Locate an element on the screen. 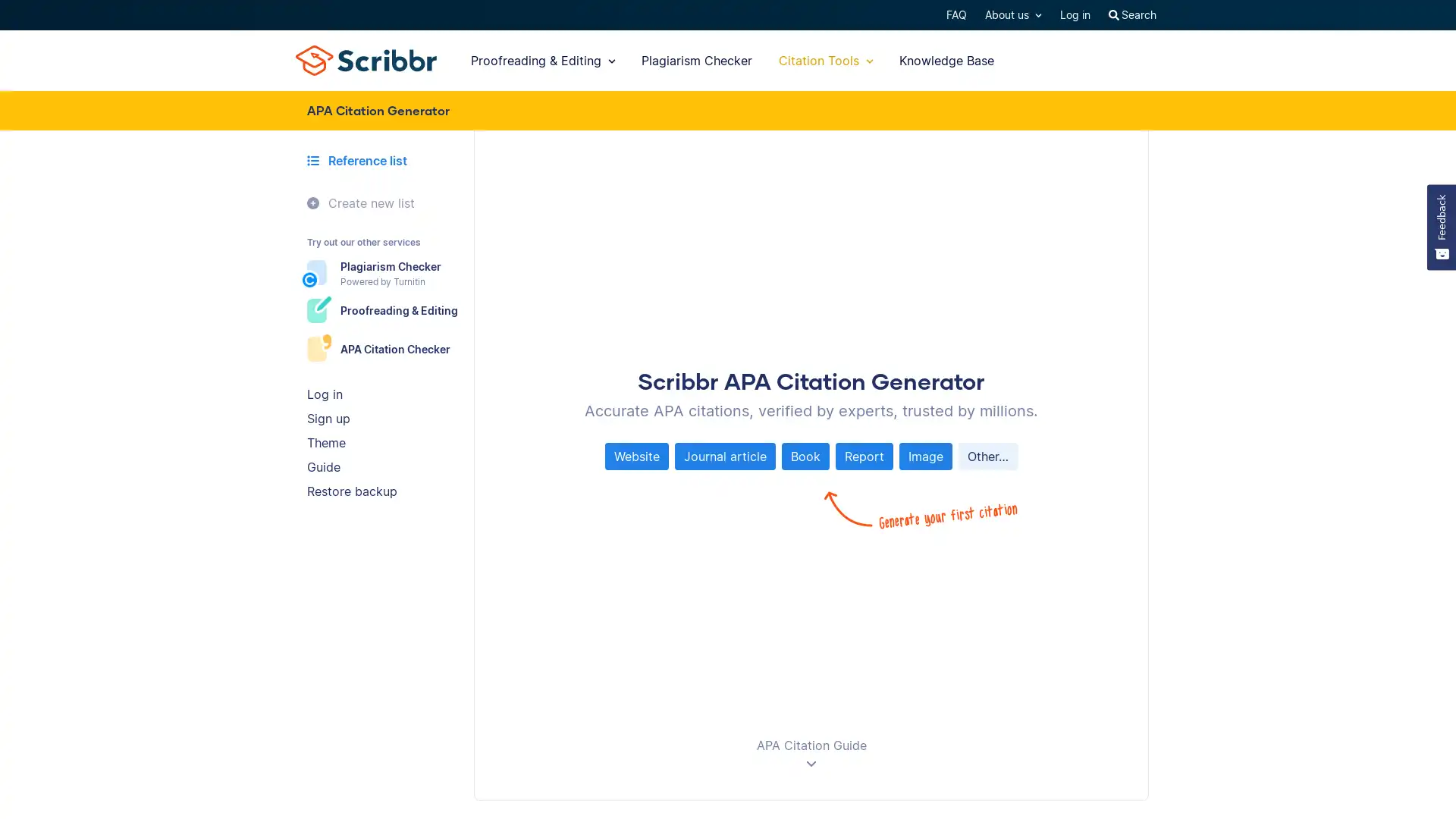 This screenshot has width=1456, height=819. Create new list is located at coordinates (385, 202).